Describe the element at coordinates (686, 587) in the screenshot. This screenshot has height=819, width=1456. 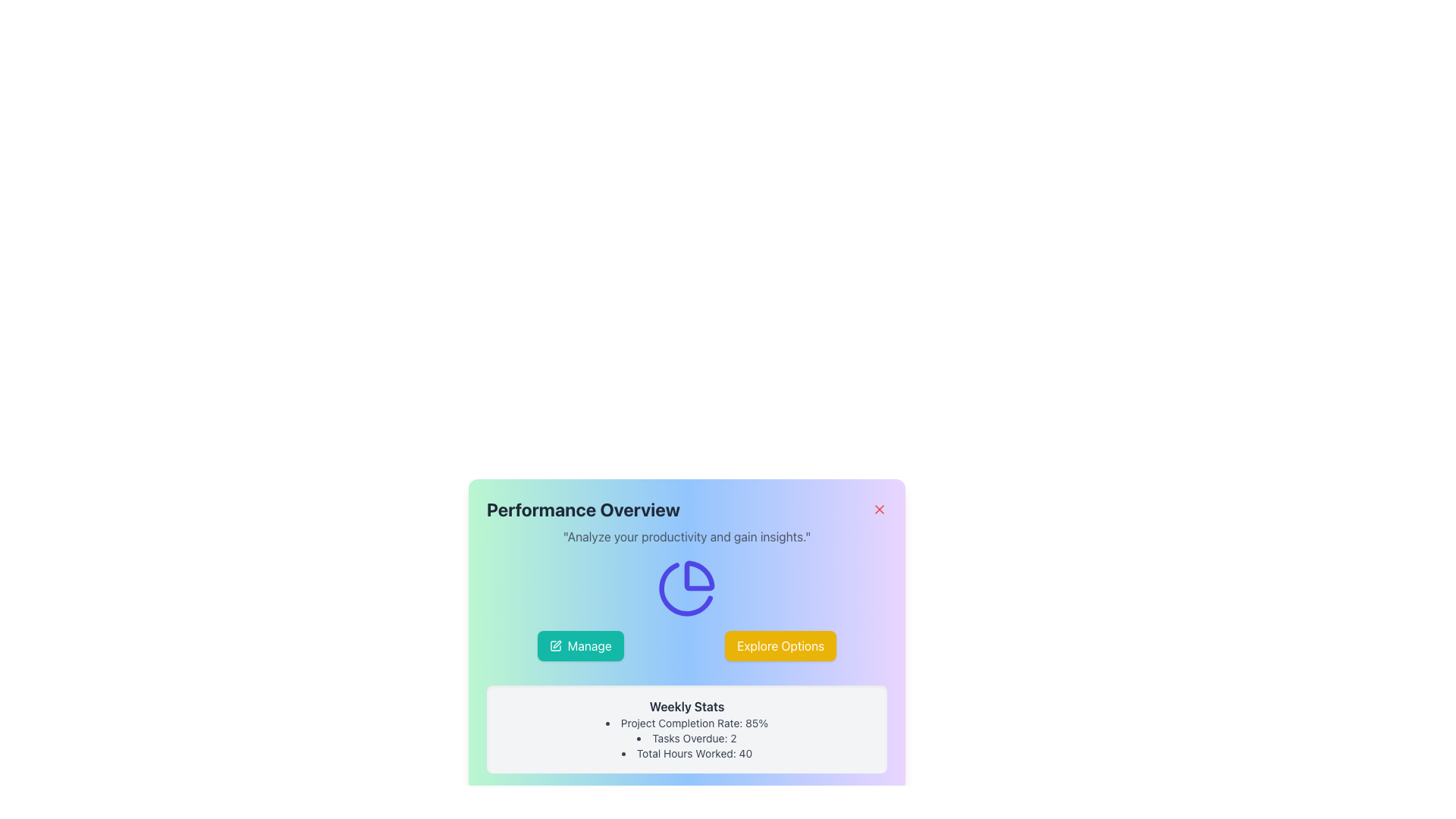
I see `the pie chart icon located in the 'Performance Overview' panel, which serves as a visual representation of data and is situated centrally above the buttons 'Manage' and 'Explore Options'` at that location.